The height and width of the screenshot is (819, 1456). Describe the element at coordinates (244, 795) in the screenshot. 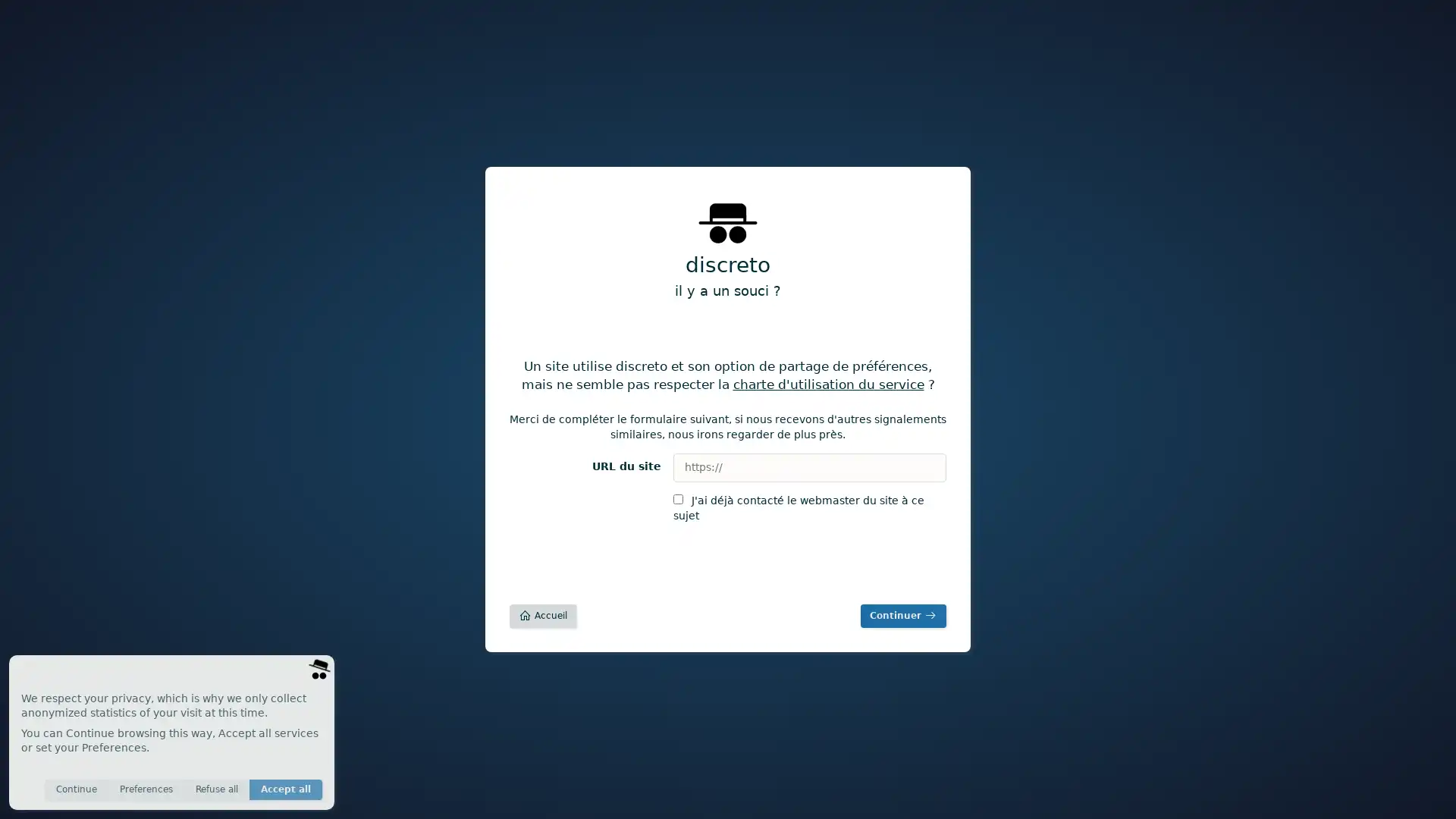

I see `Invisible` at that location.